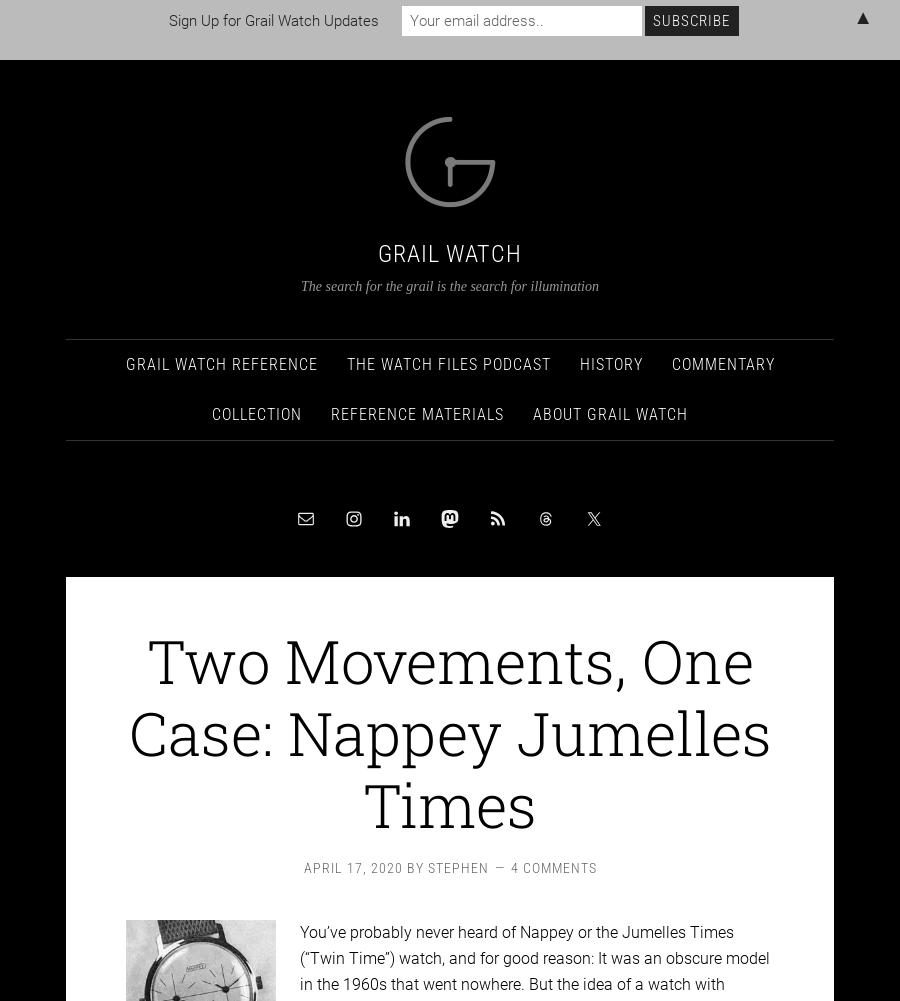 Image resolution: width=900 pixels, height=1001 pixels. I want to click on 'Mastodon', so click(0, 55).